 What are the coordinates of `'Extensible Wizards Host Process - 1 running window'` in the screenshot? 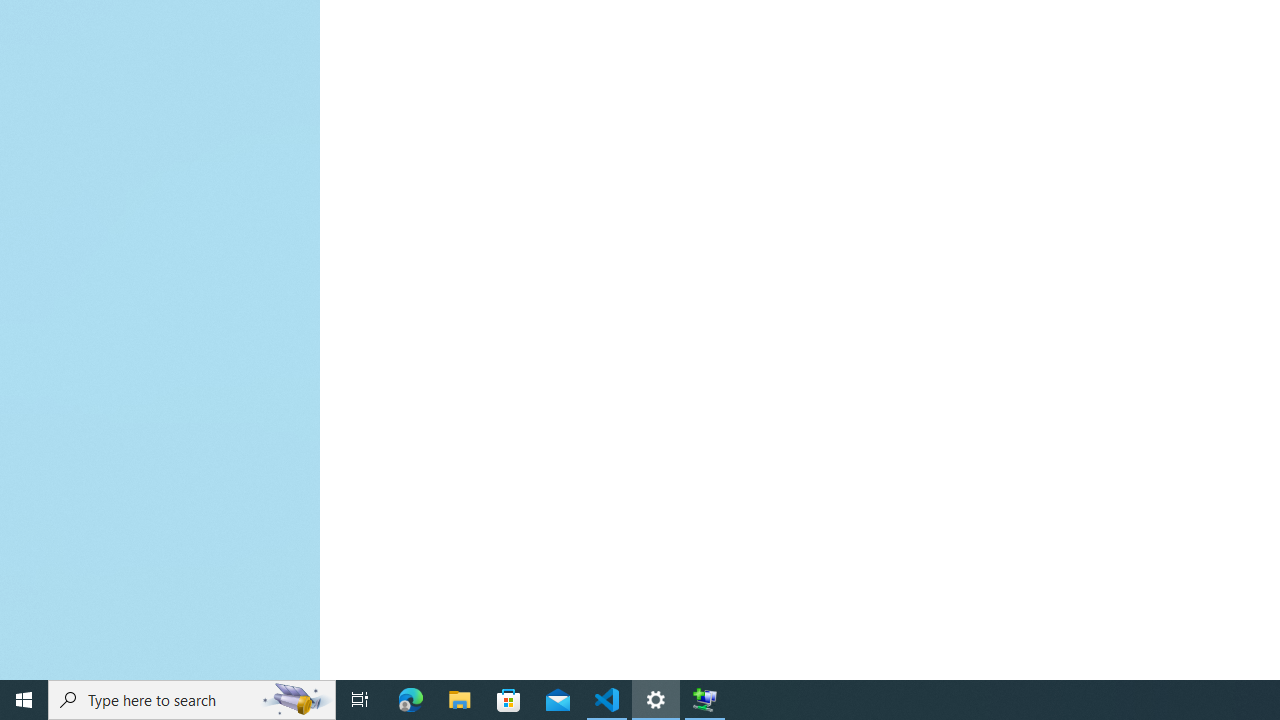 It's located at (705, 698).